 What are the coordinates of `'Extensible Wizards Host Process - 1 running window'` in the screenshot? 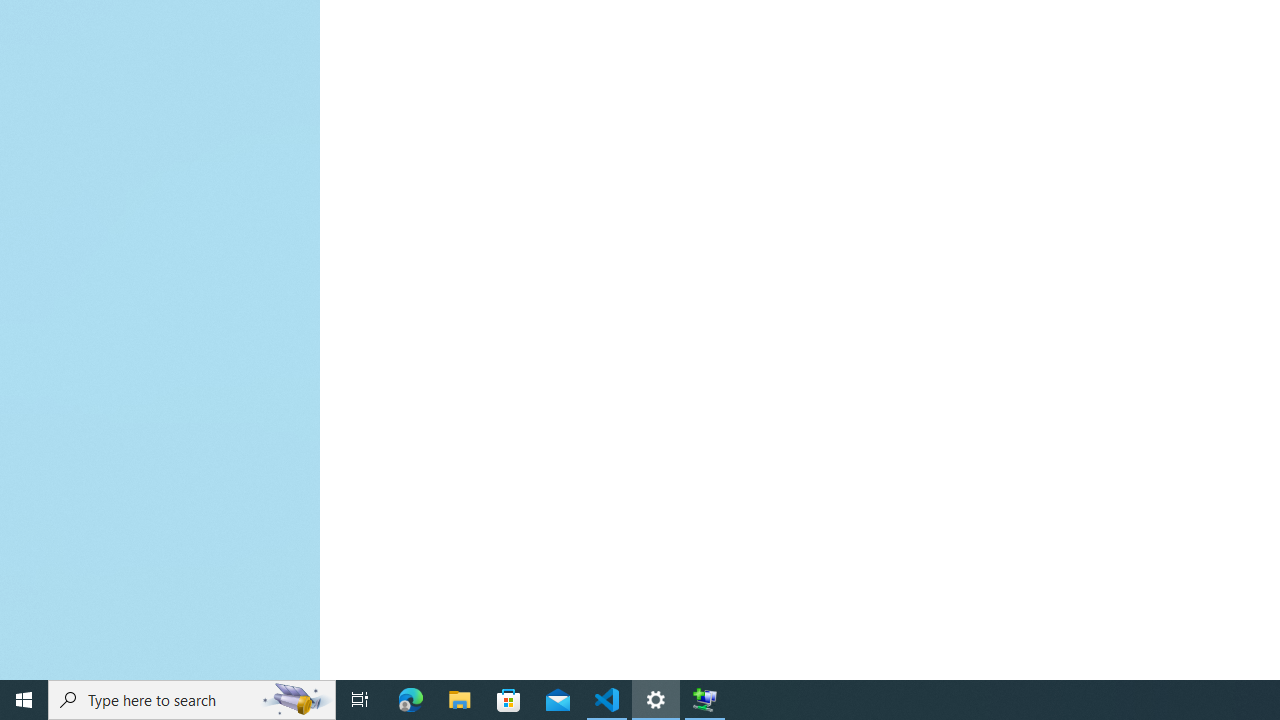 It's located at (705, 698).